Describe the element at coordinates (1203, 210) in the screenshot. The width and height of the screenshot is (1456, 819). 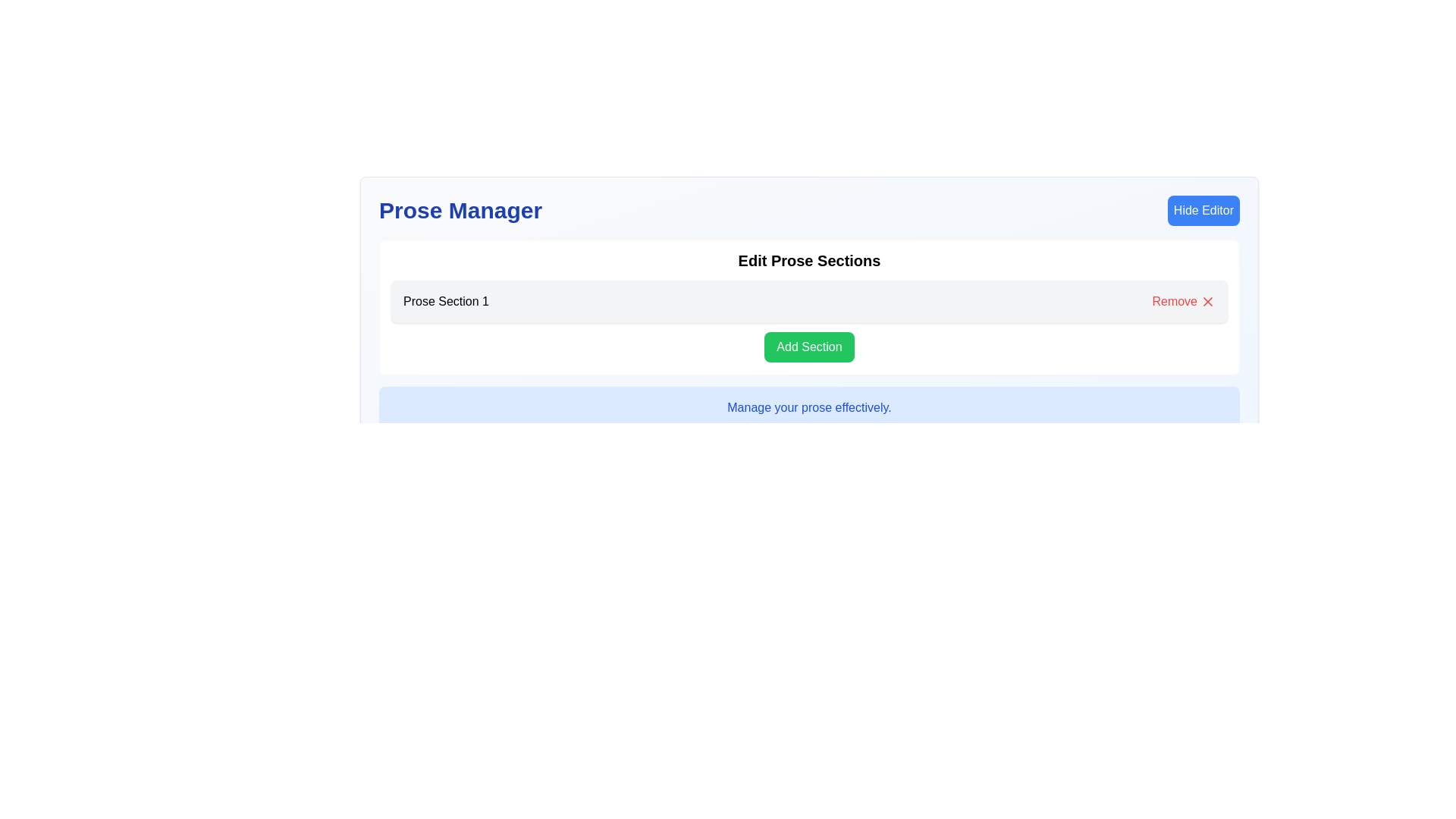
I see `the button in the top-right corner of the interface to hide the editor section` at that location.